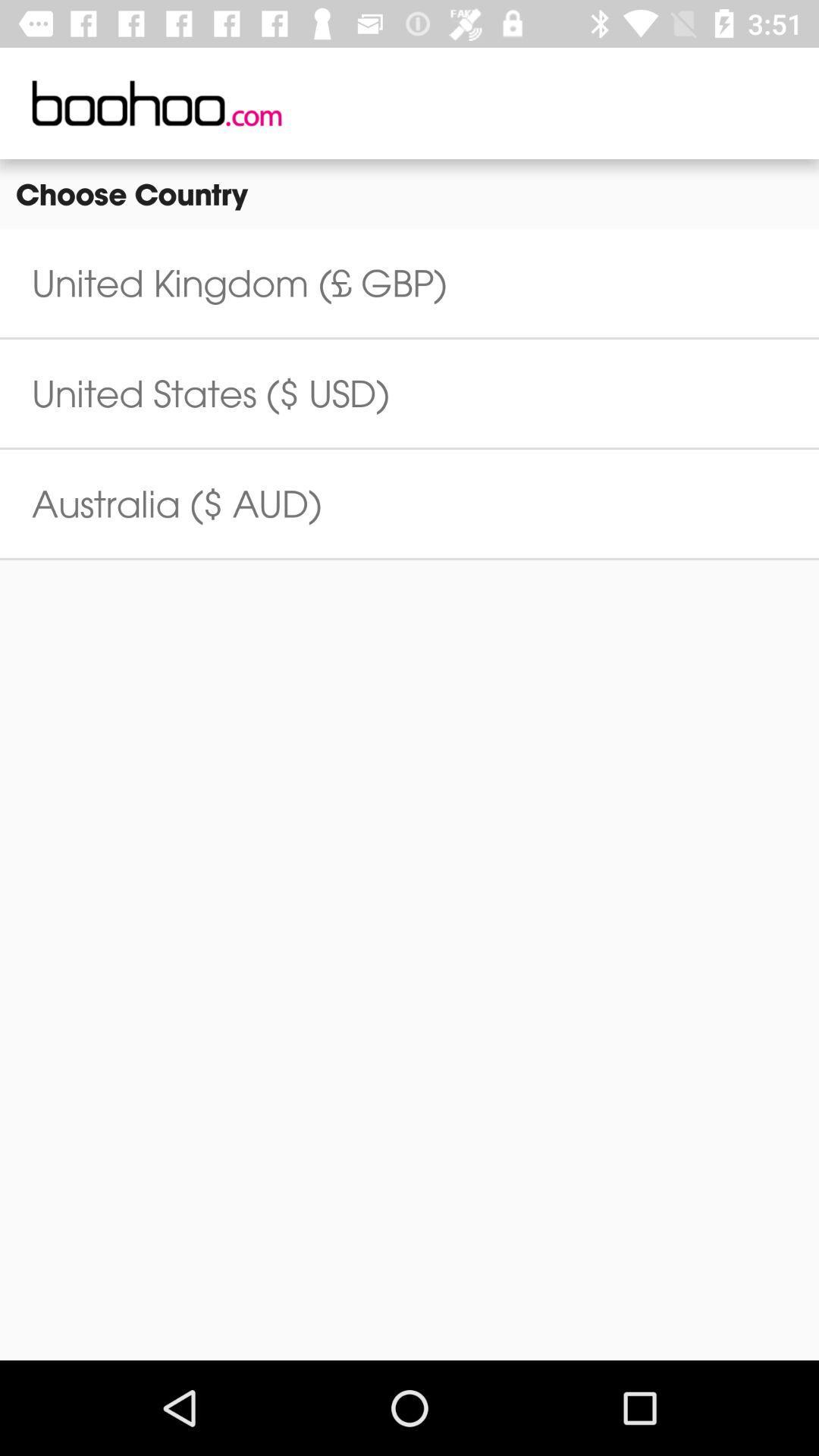 The width and height of the screenshot is (819, 1456). I want to click on the icon above australia ($ aud) item, so click(210, 393).